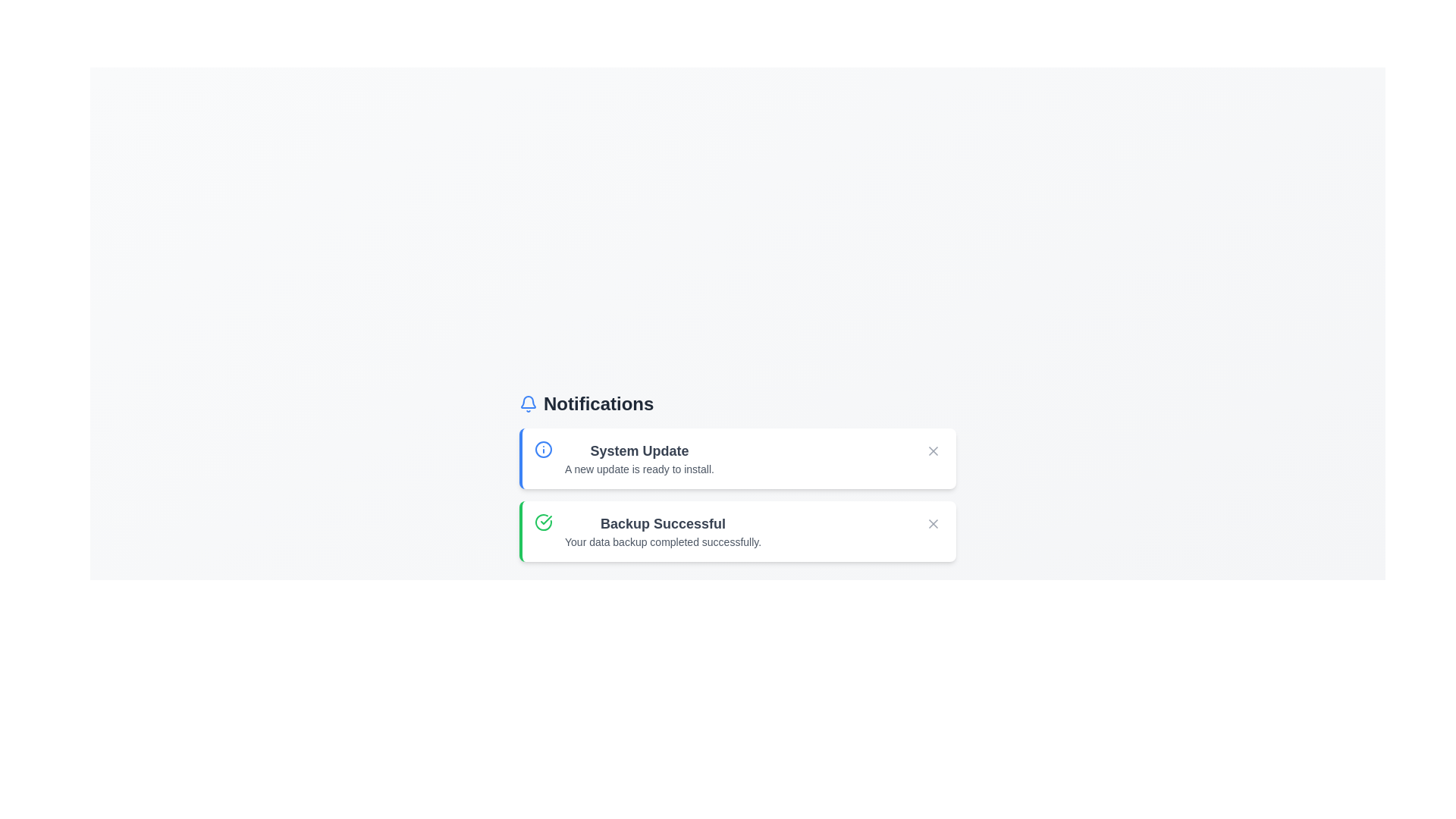  Describe the element at coordinates (932, 522) in the screenshot. I see `the small gray 'X' icon button at the top right corner of the 'Backup Successful' notification card to change its color to red` at that location.